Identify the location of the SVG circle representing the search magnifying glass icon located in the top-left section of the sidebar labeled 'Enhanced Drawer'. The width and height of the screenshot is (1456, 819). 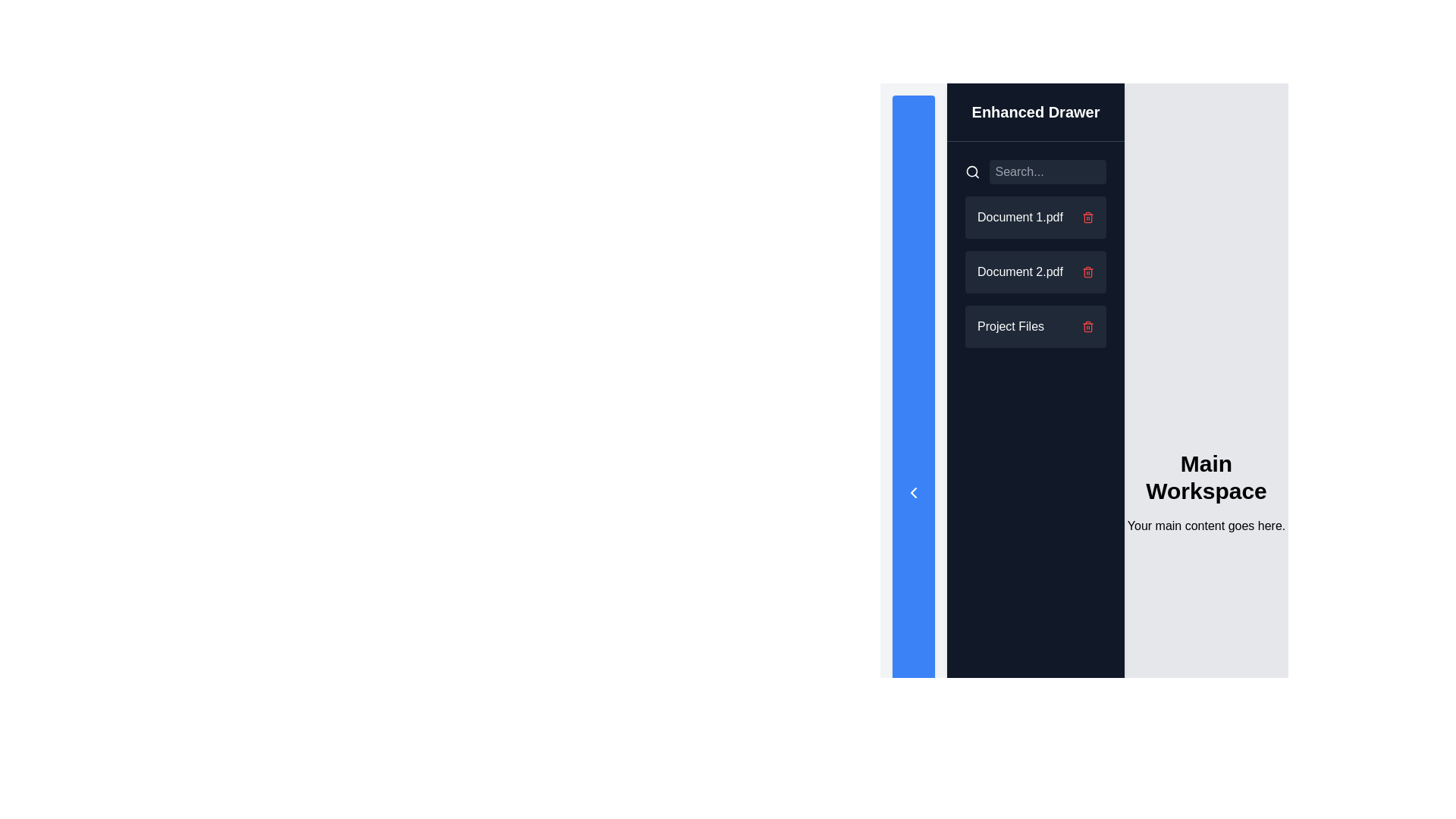
(971, 171).